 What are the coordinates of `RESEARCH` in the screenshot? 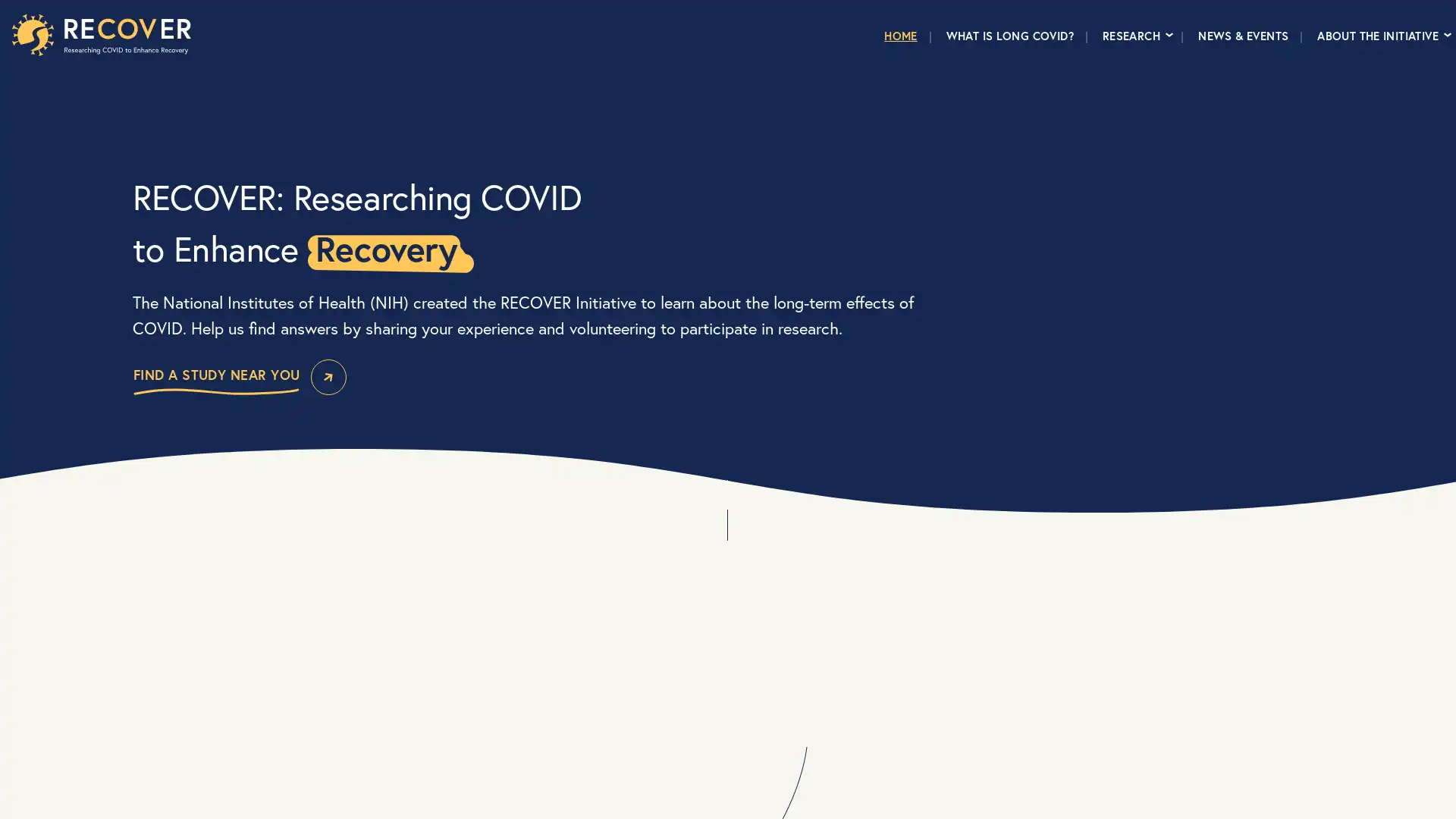 It's located at (1124, 34).